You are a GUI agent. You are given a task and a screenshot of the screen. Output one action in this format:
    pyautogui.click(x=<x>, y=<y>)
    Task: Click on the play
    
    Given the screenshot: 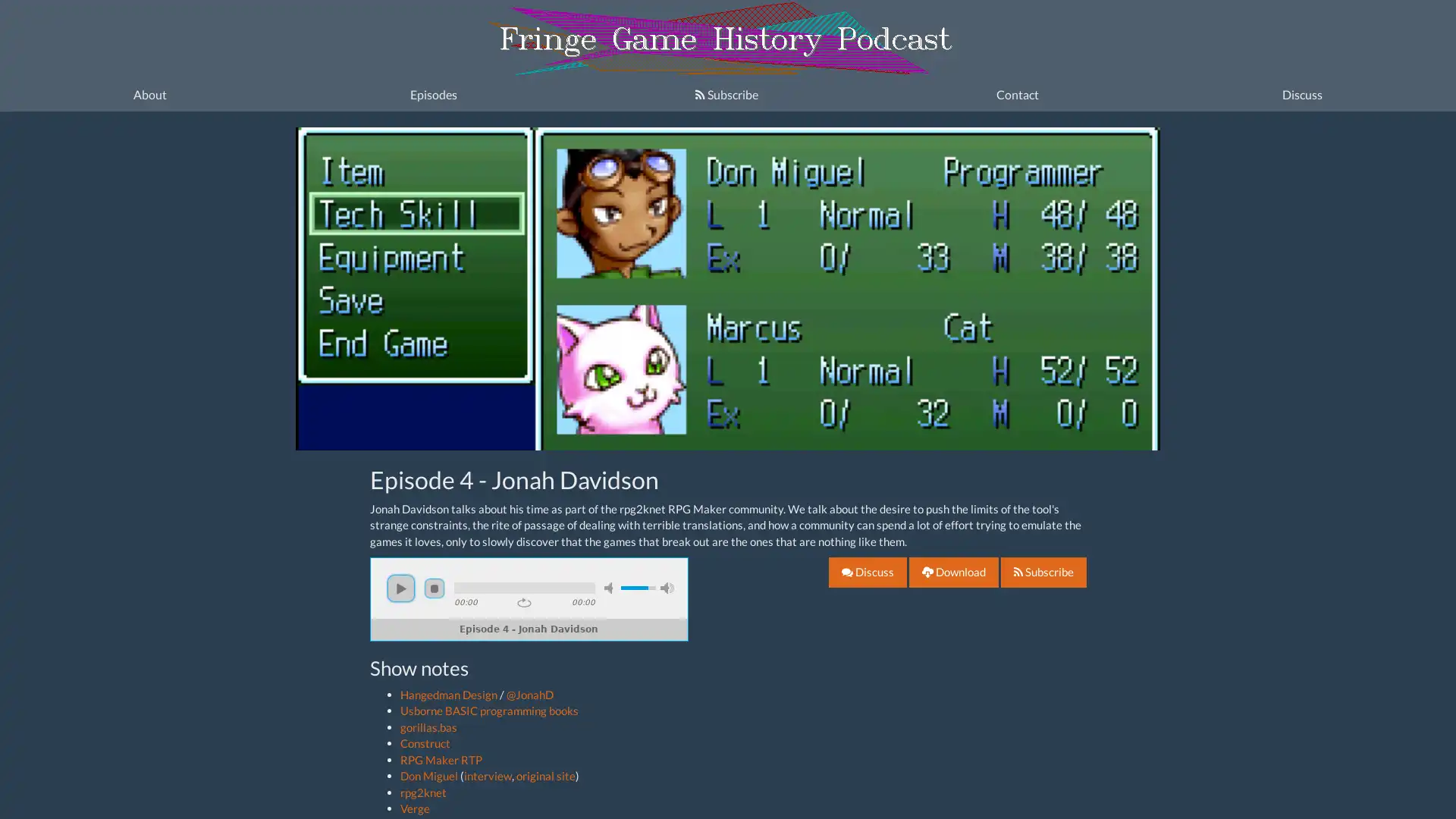 What is the action you would take?
    pyautogui.click(x=400, y=587)
    